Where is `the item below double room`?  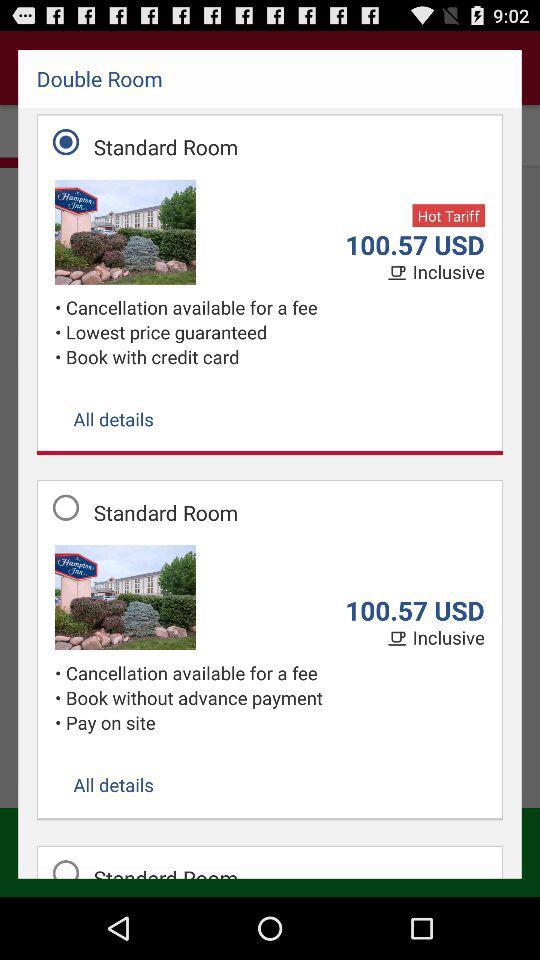 the item below double room is located at coordinates (448, 215).